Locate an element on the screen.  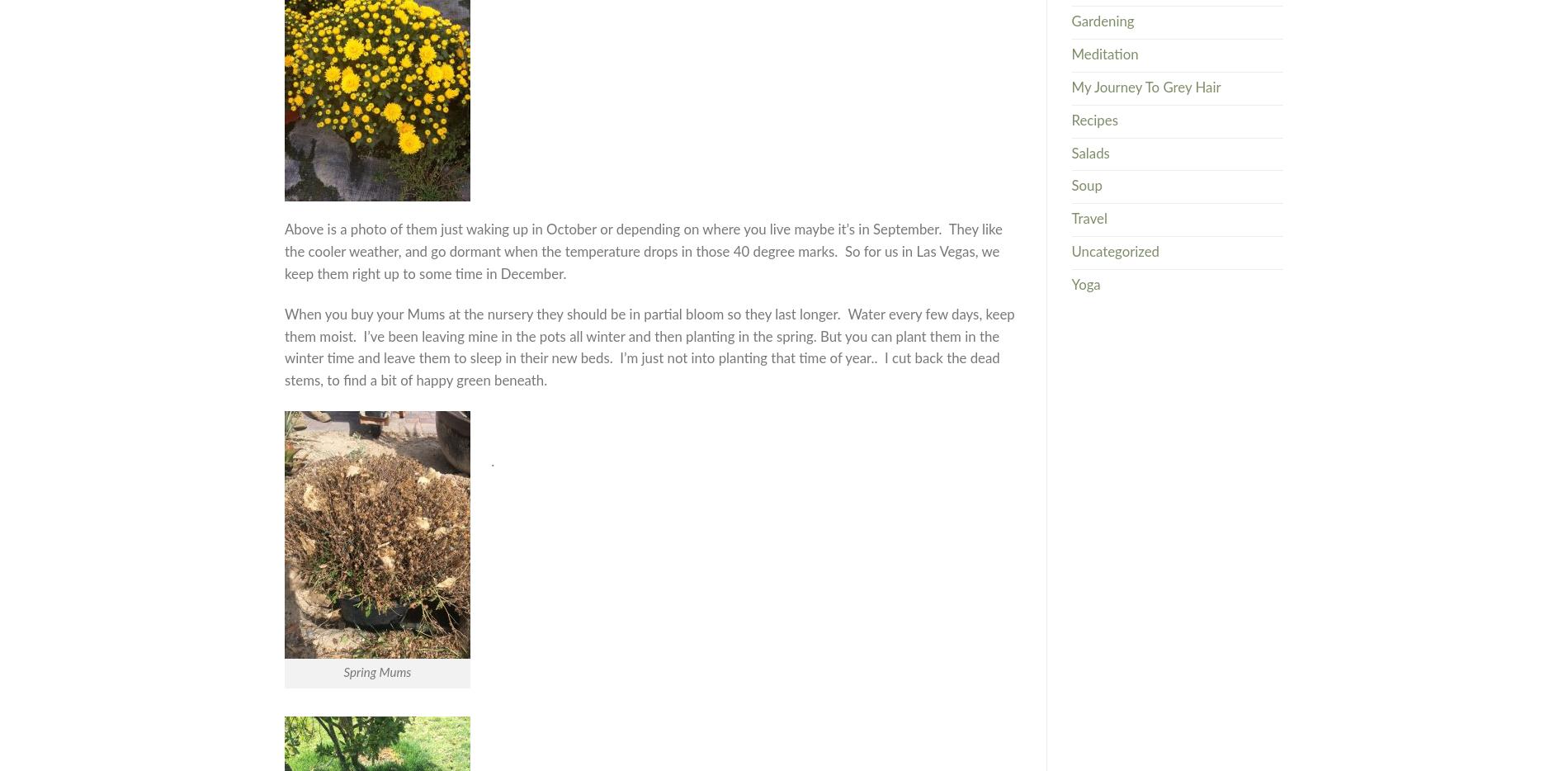
'Travel' is located at coordinates (1088, 219).